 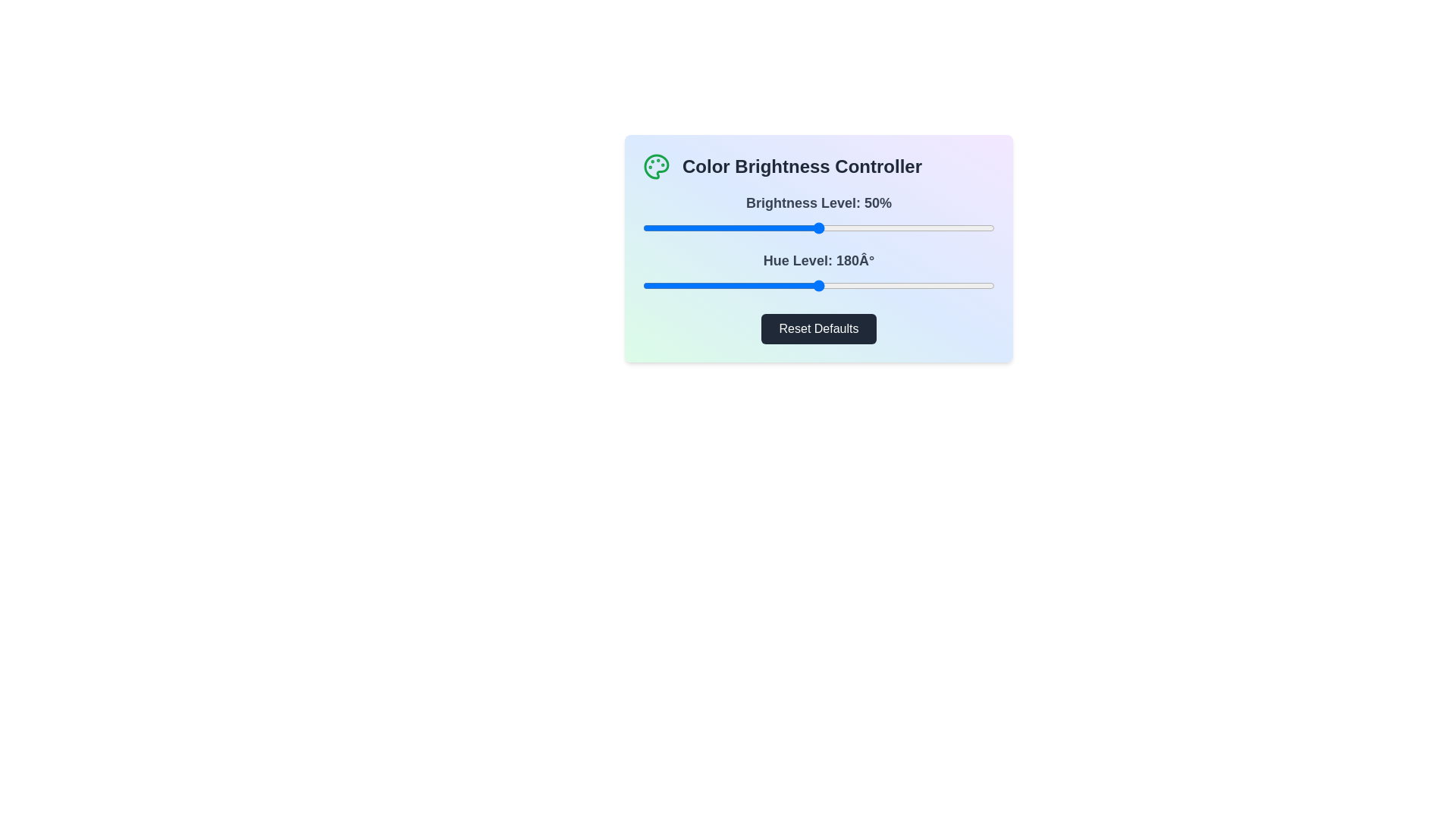 I want to click on the brightness slider to 52%, so click(x=825, y=227).